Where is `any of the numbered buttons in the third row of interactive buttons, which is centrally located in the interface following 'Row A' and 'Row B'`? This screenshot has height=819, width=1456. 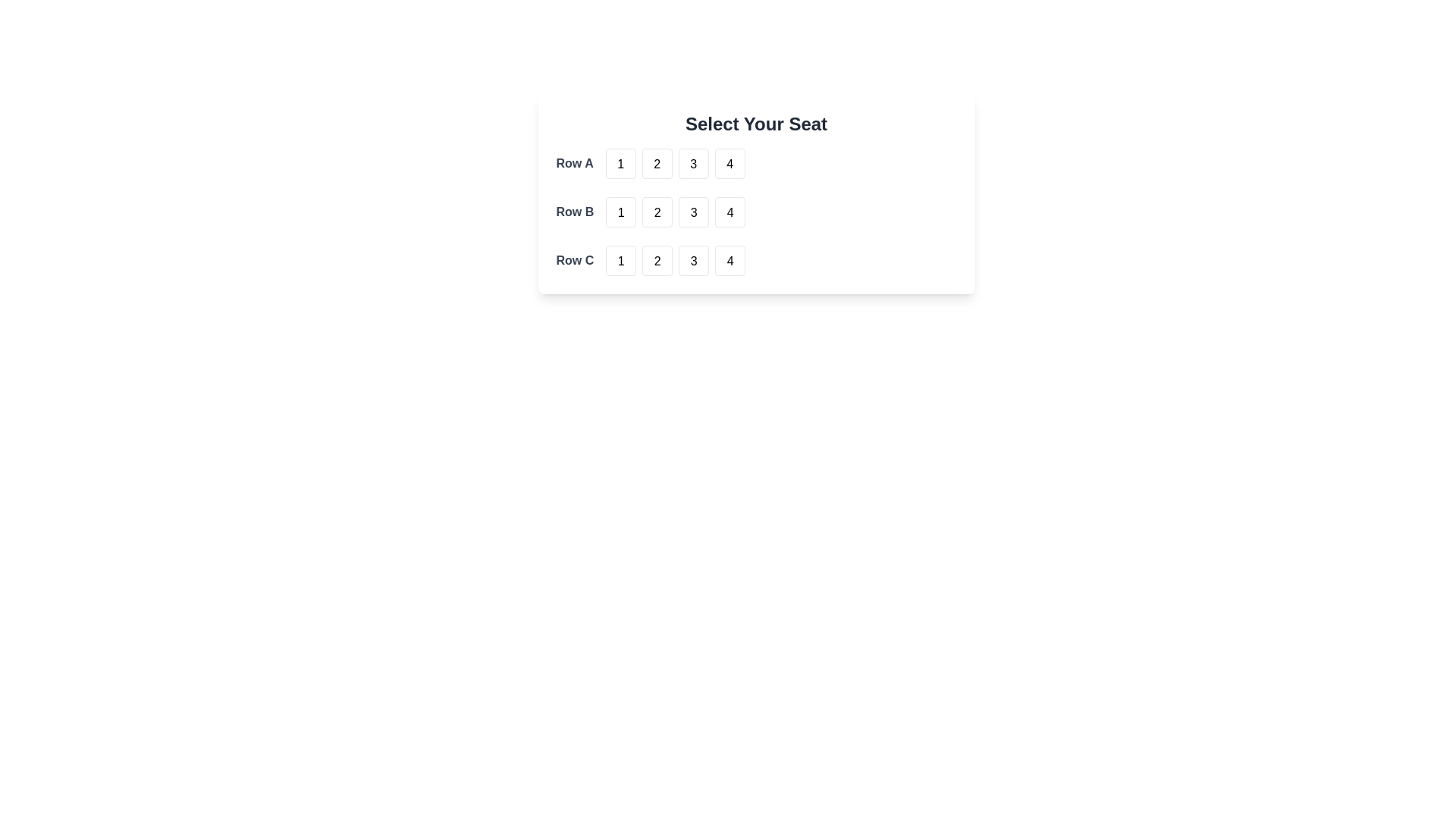 any of the numbered buttons in the third row of interactive buttons, which is centrally located in the interface following 'Row A' and 'Row B' is located at coordinates (756, 259).